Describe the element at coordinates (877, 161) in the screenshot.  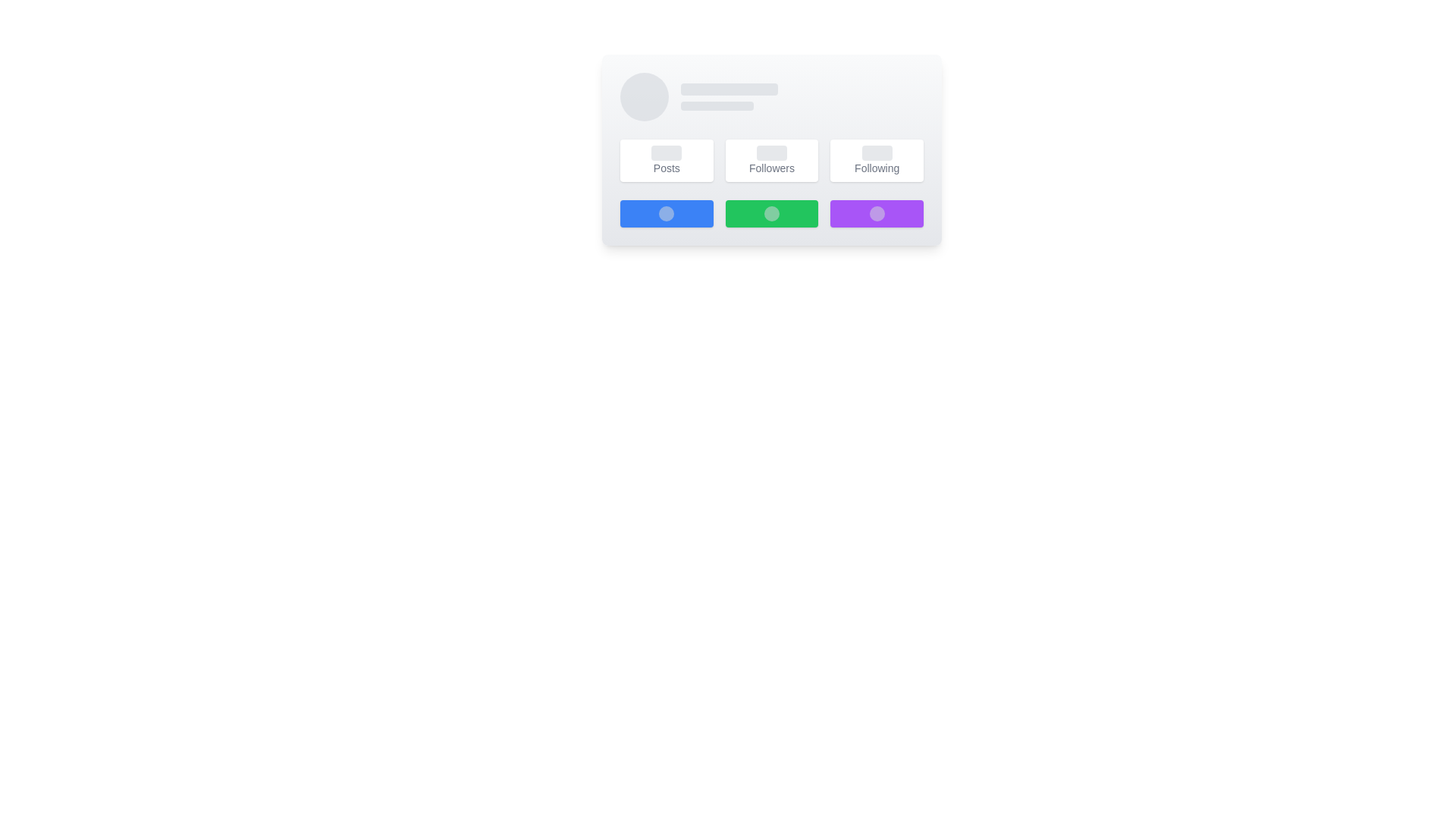
I see `the informational panel indicating 'Following', which is the third element in a horizontal sequence, positioned rightmost in its row` at that location.